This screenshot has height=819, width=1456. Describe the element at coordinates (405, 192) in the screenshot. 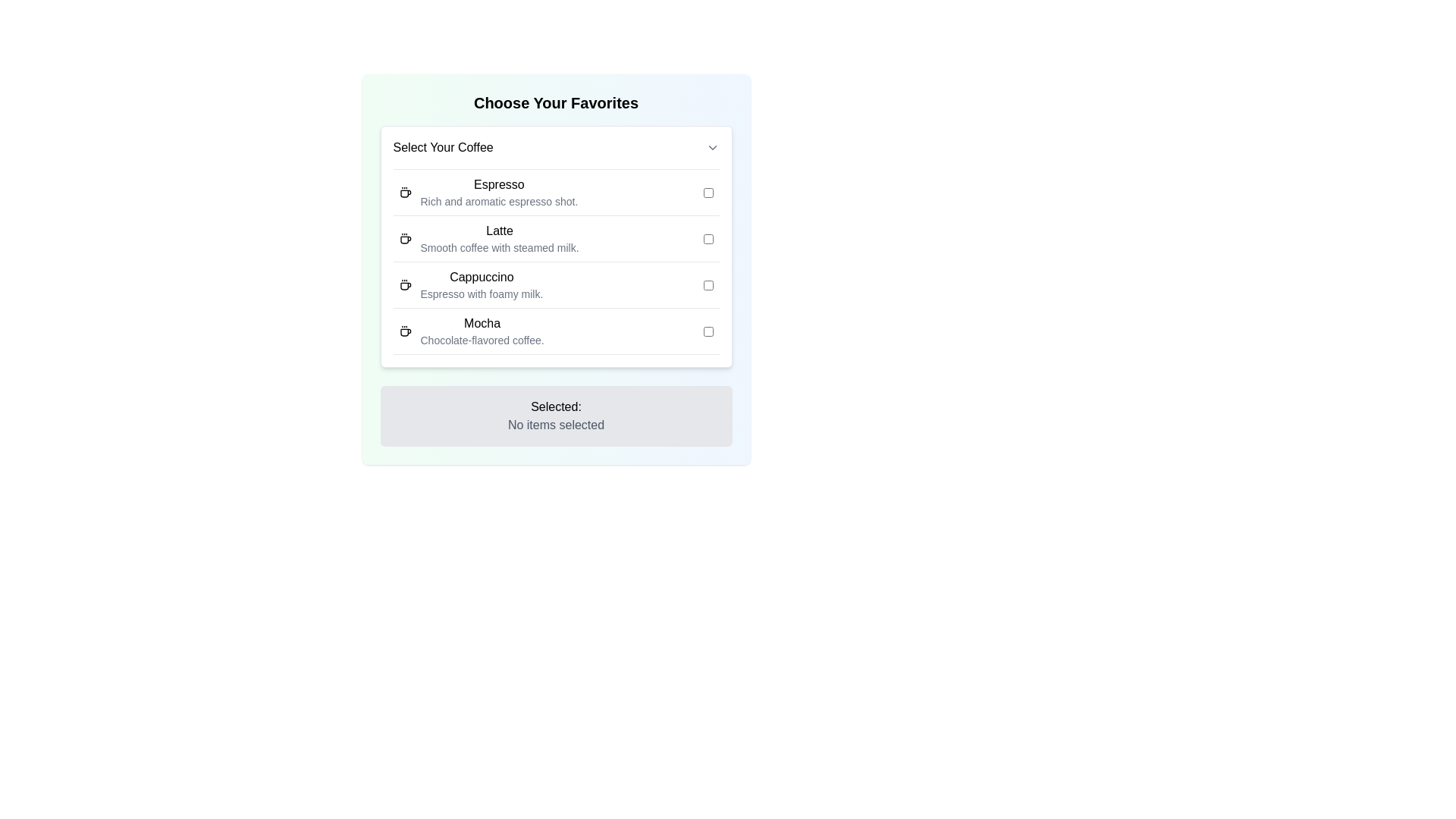

I see `the coffee cup icon, which is styled in an outline format and located next to the 'Espresso' label in the coffee selection list` at that location.